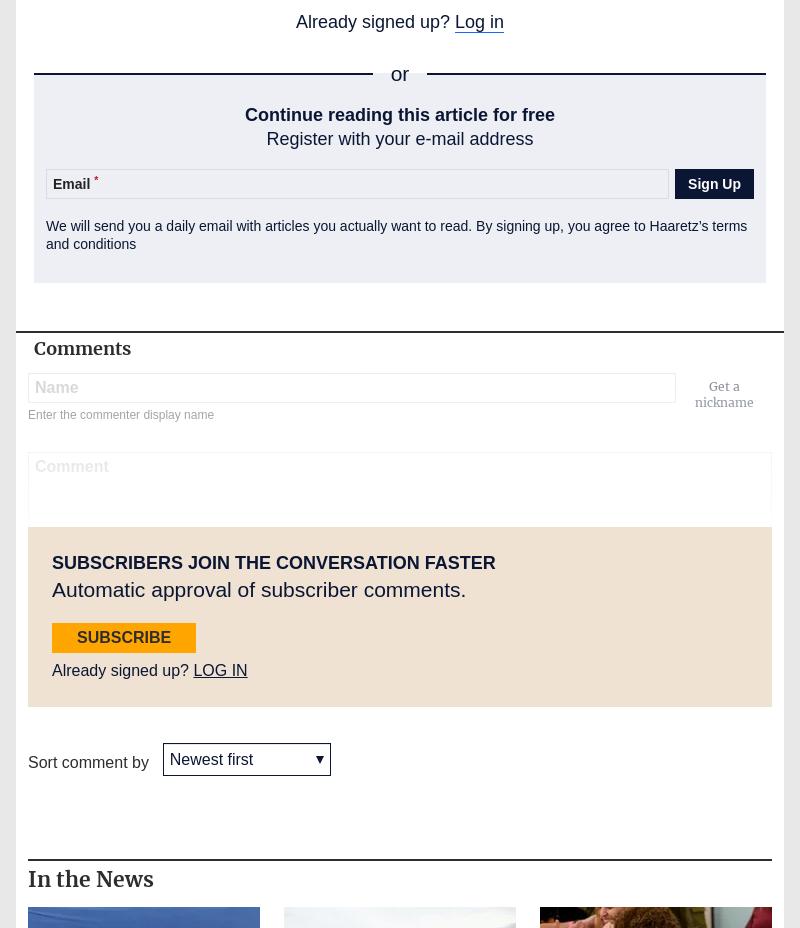 This screenshot has height=928, width=800. Describe the element at coordinates (398, 137) in the screenshot. I see `'Register with your e-mail address'` at that location.